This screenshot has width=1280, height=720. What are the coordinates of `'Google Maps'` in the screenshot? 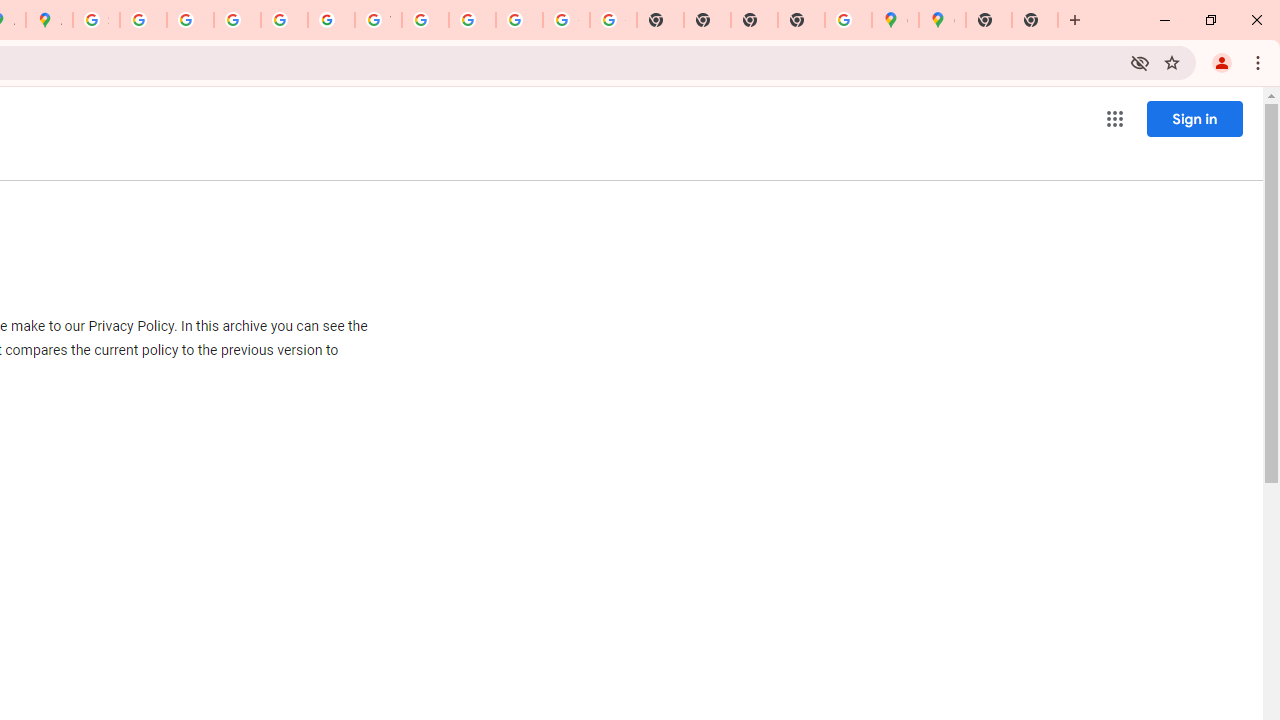 It's located at (894, 20).